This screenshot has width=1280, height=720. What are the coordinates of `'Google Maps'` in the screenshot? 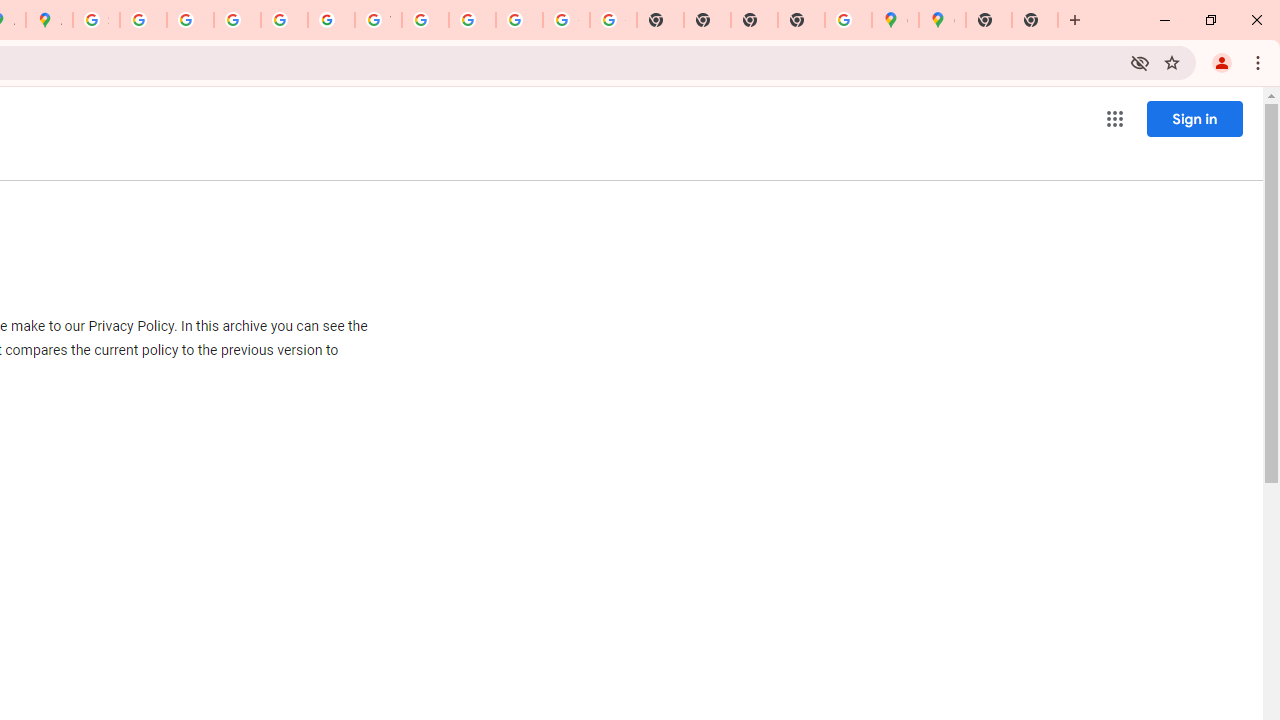 It's located at (894, 20).